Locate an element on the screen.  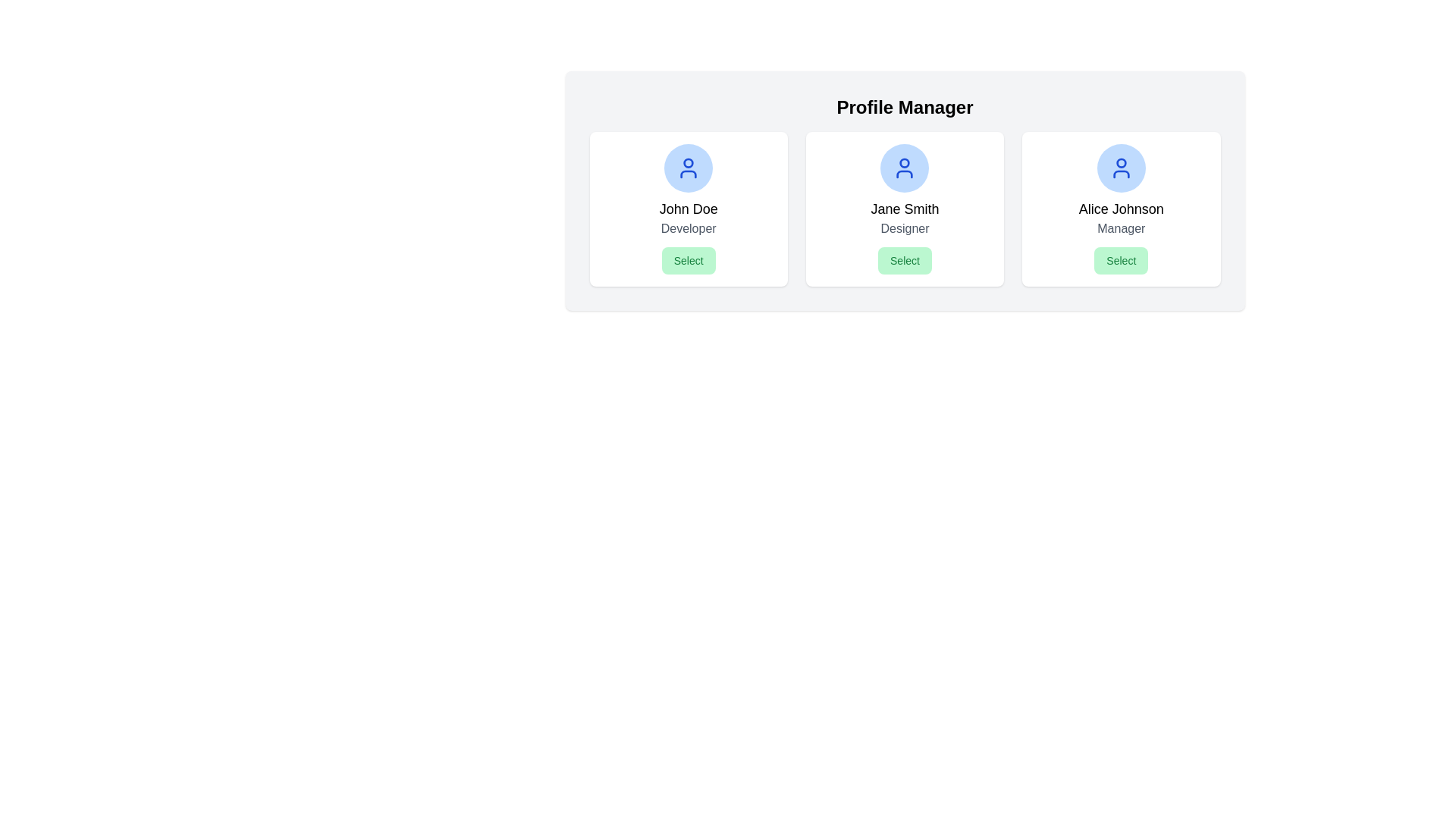
the text label displaying the title or position associated with 'Jane Smith', which is located directly below the name and above the green 'Select' button in the profile card is located at coordinates (905, 228).